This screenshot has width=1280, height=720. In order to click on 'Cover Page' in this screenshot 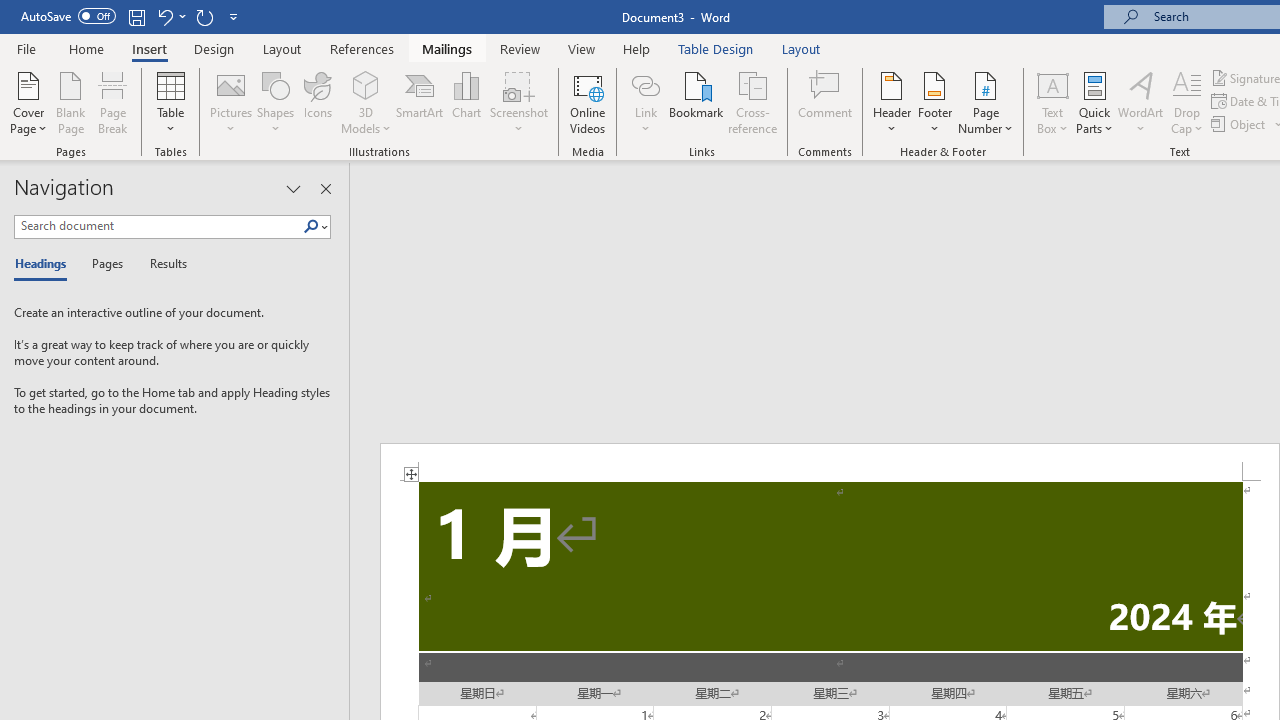, I will do `click(28, 103)`.